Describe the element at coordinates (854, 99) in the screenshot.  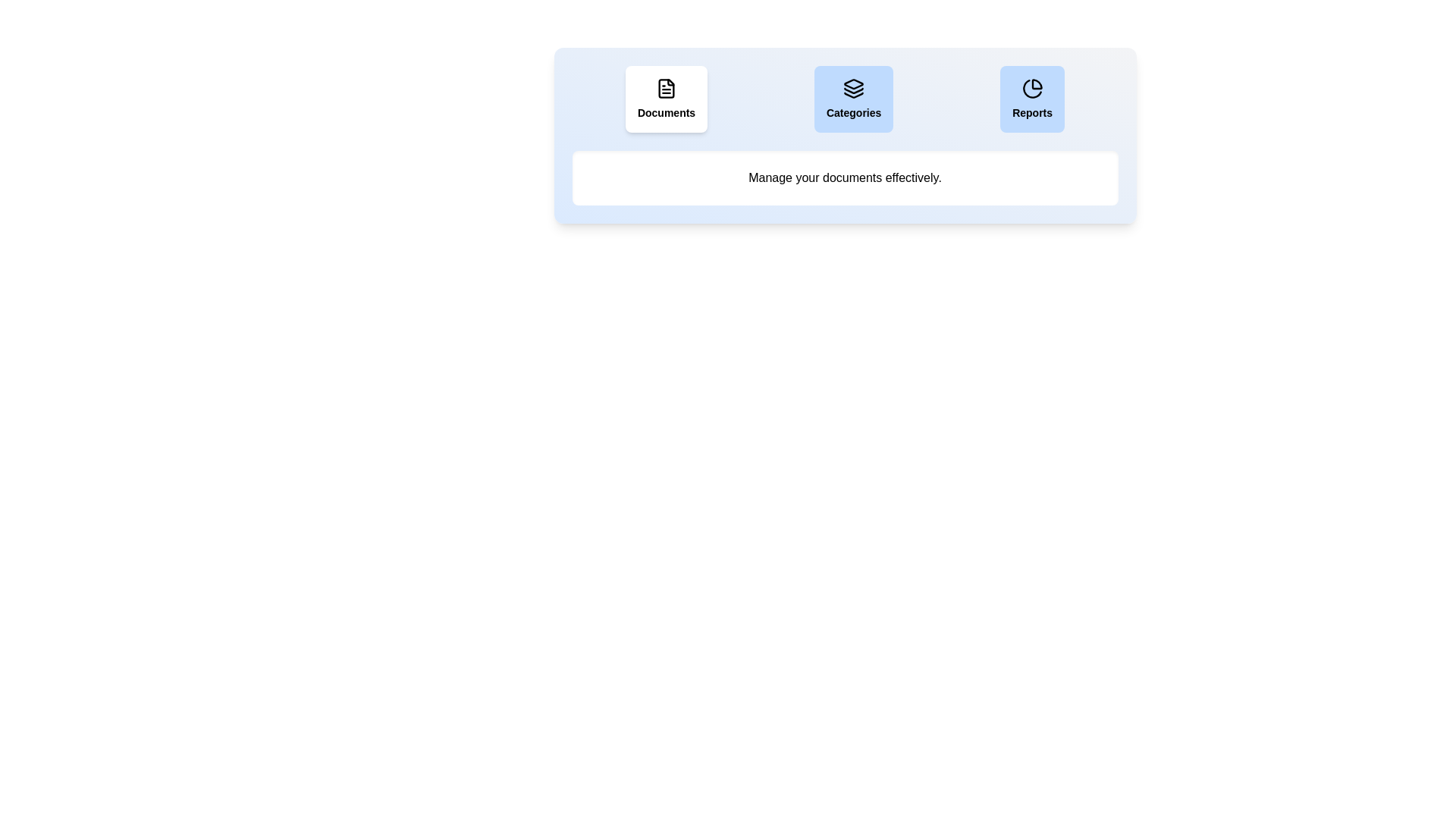
I see `the Categories tab to observe visual feedback` at that location.